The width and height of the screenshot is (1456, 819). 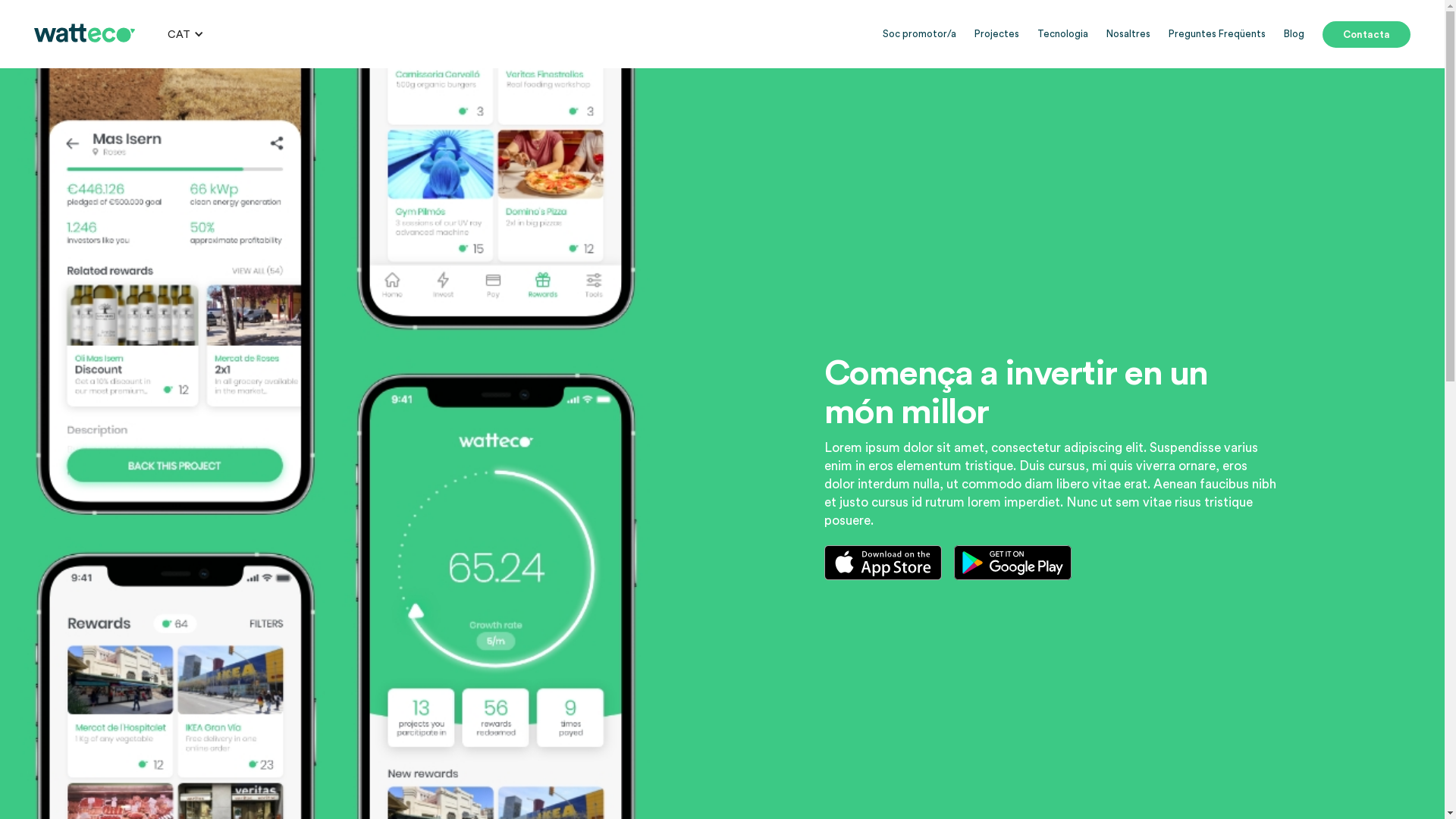 What do you see at coordinates (1366, 34) in the screenshot?
I see `'Contacta'` at bounding box center [1366, 34].